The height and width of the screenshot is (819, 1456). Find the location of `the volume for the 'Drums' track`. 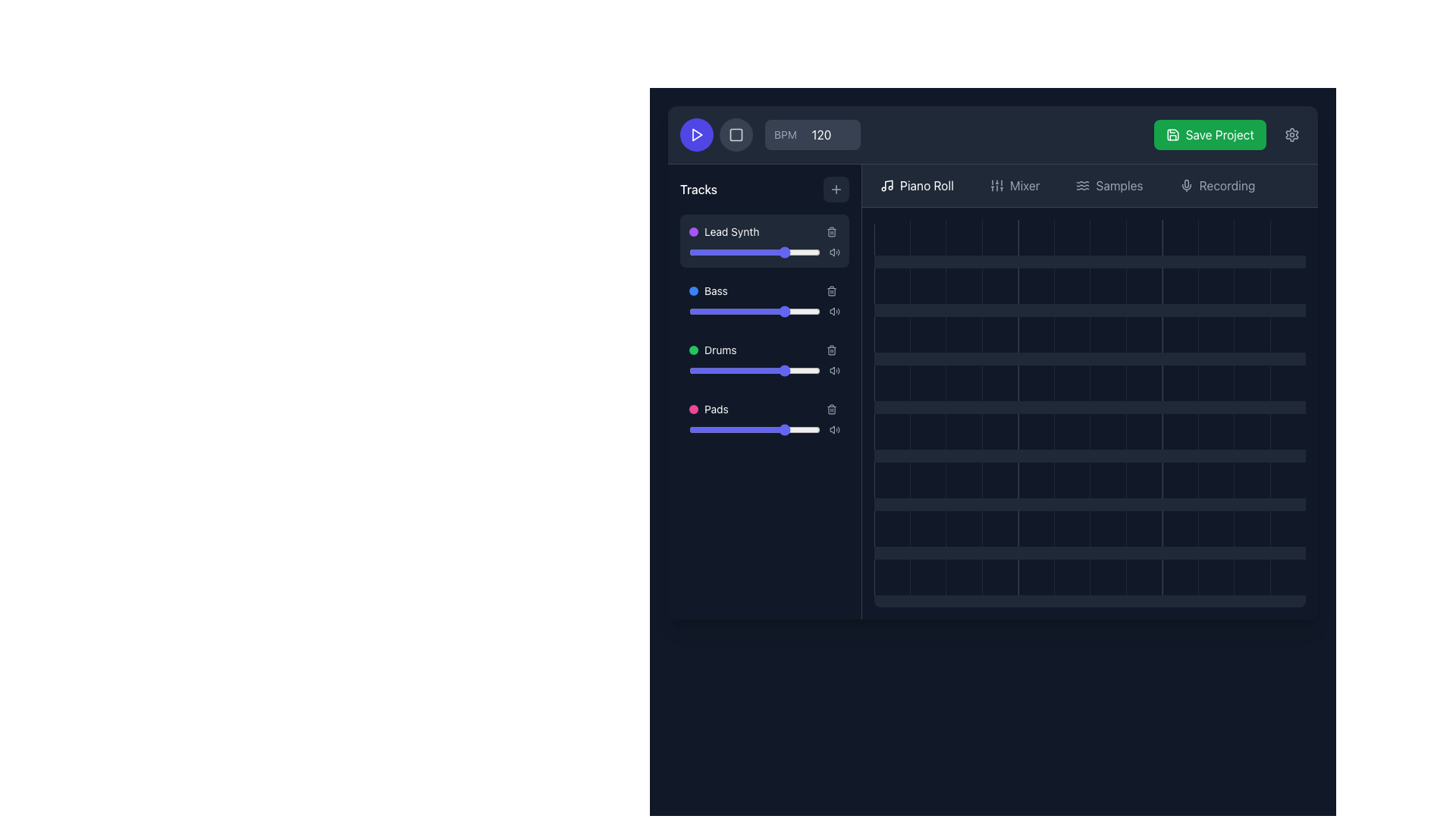

the volume for the 'Drums' track is located at coordinates (797, 350).